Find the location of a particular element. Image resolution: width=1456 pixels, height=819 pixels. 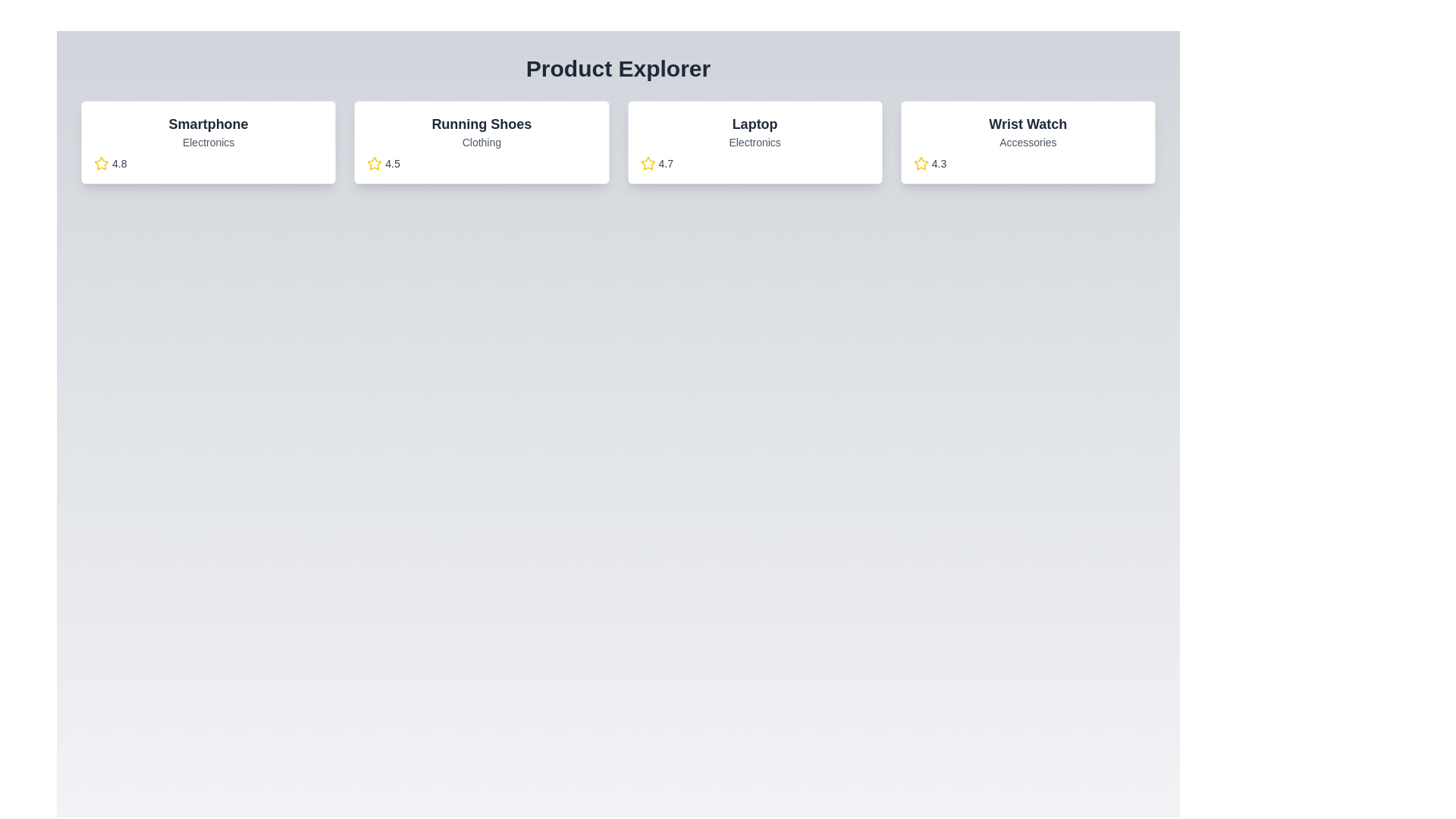

rating value displayed as '4.7', which is a smaller gray text label located directly to the right of a yellow star icon within the card titled 'Laptop' is located at coordinates (666, 164).